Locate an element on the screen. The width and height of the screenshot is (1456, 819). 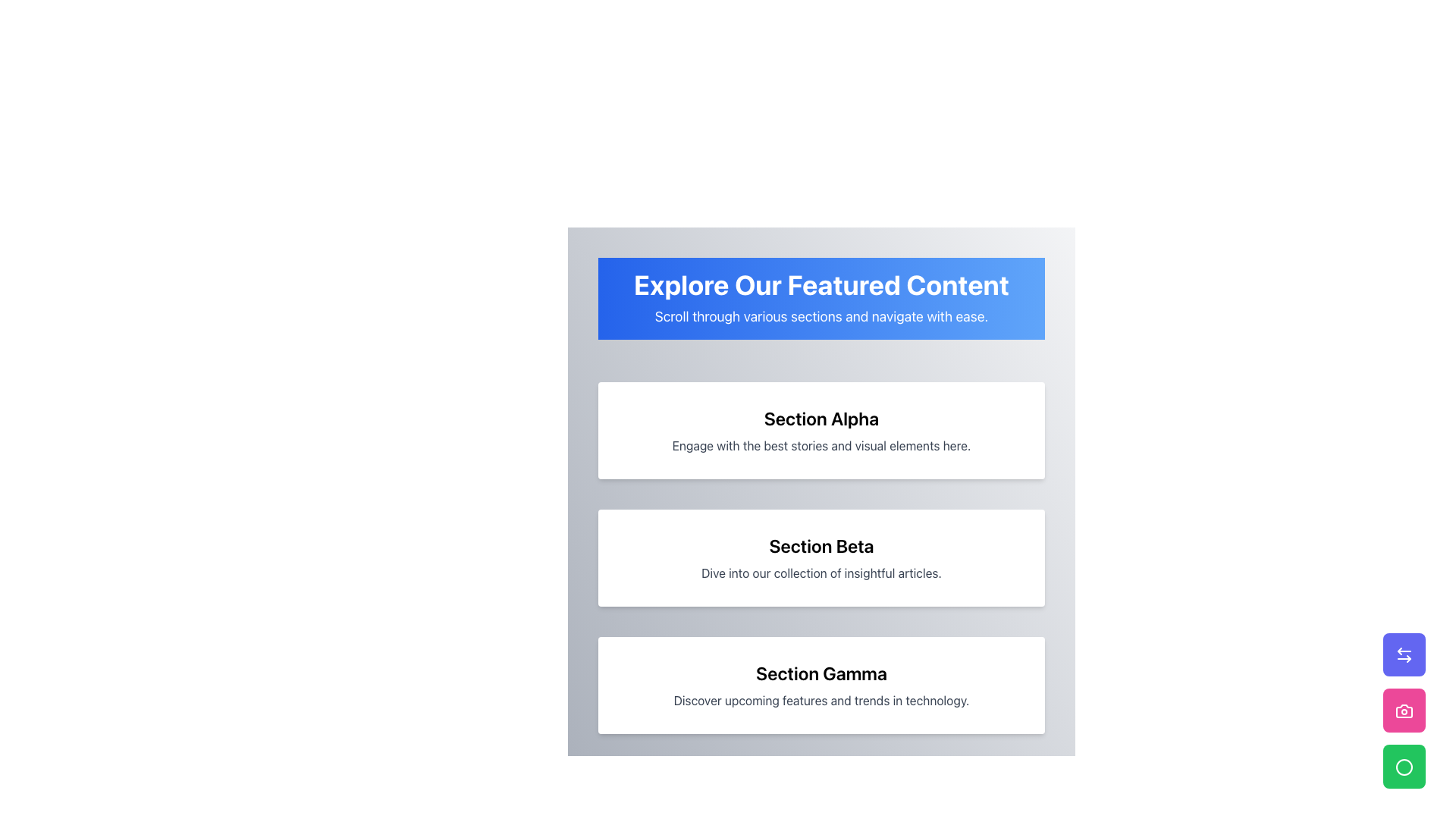
text from the Text Block titled 'Section Beta' which contains the subtitle 'Dive into our collection of insightful articles.' is located at coordinates (821, 558).